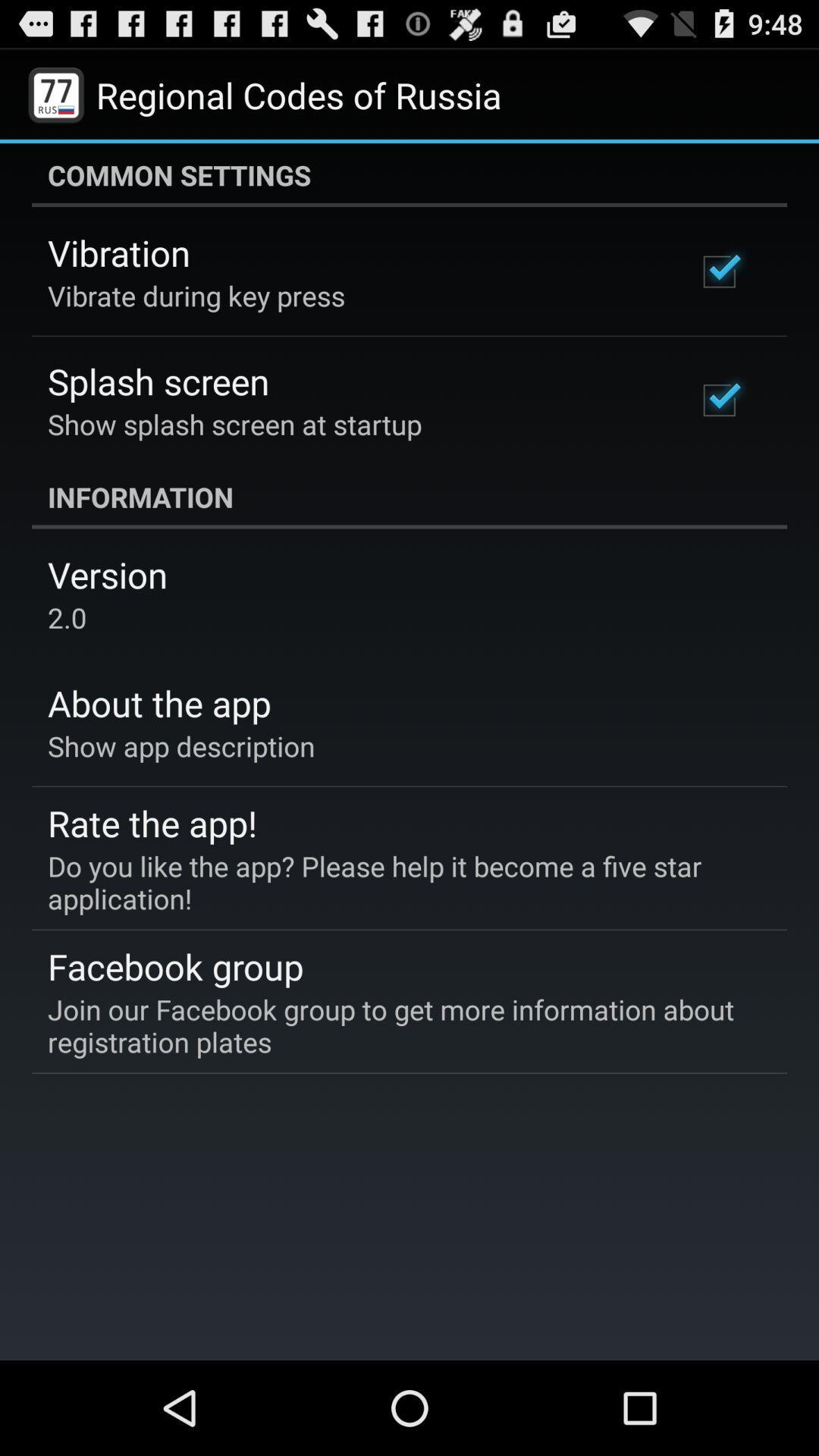 The height and width of the screenshot is (1456, 819). I want to click on show app description, so click(180, 745).